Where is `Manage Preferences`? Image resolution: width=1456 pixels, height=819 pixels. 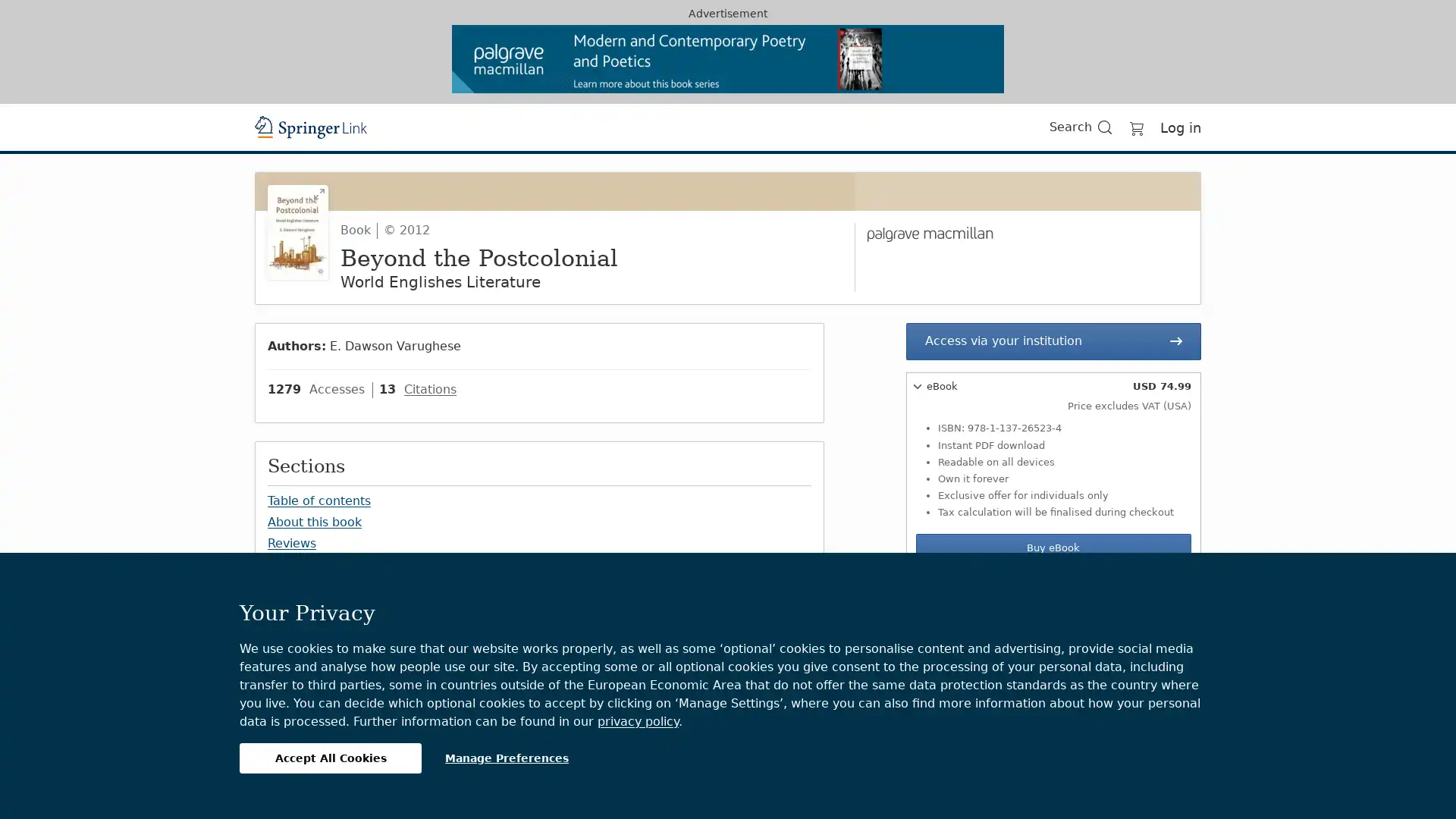
Manage Preferences is located at coordinates (507, 758).